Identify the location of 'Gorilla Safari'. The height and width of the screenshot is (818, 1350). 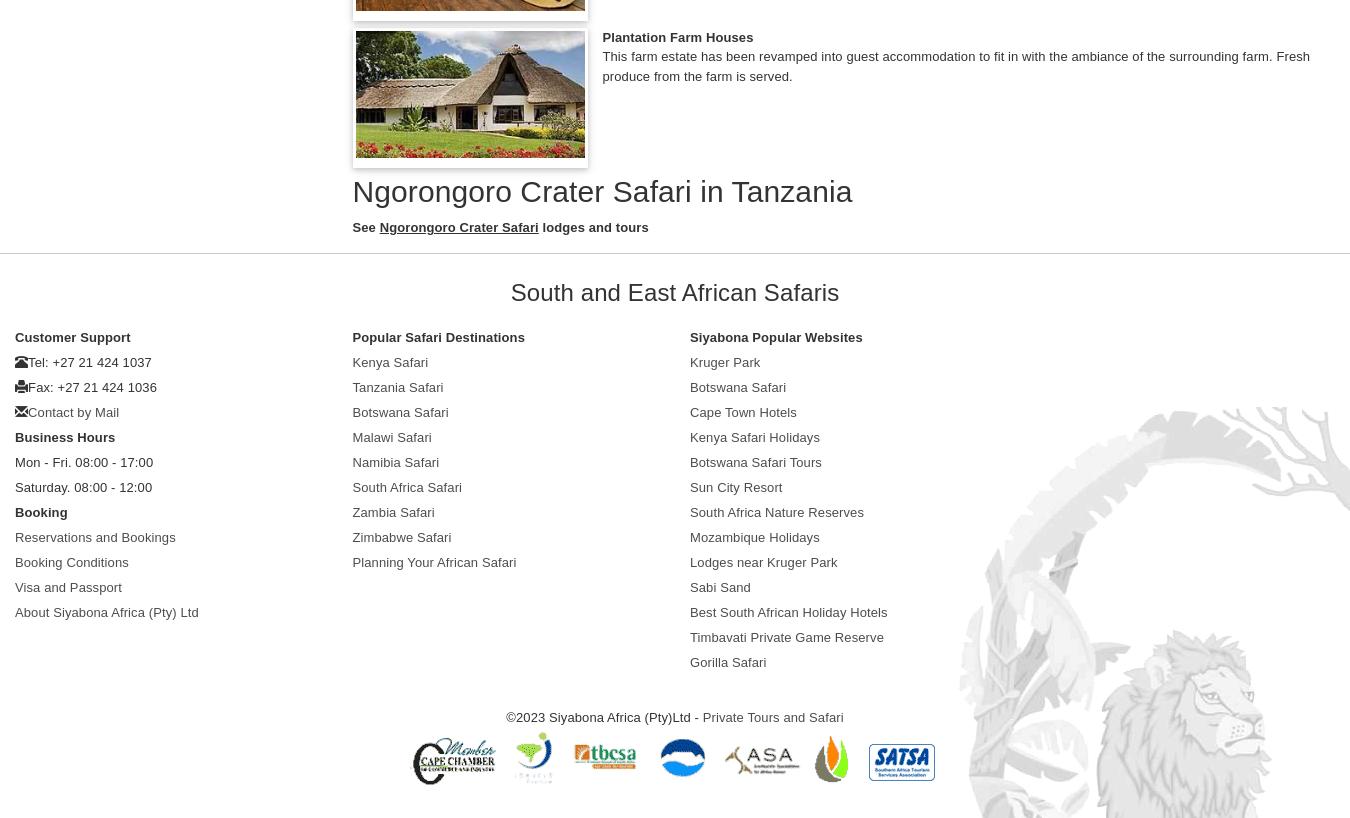
(688, 662).